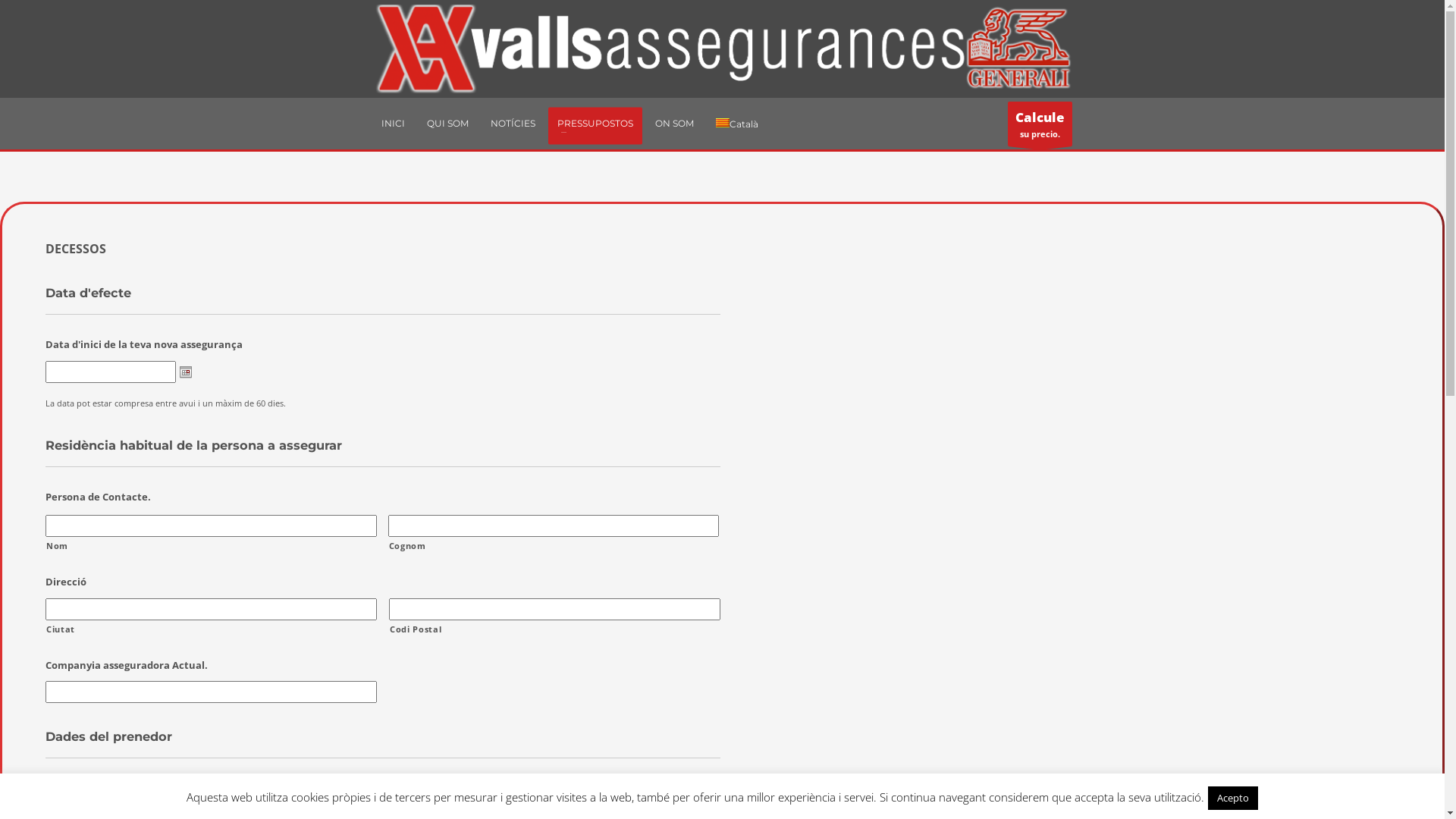 The height and width of the screenshot is (819, 1456). I want to click on 'PRESSUPOSTOS', so click(595, 122).